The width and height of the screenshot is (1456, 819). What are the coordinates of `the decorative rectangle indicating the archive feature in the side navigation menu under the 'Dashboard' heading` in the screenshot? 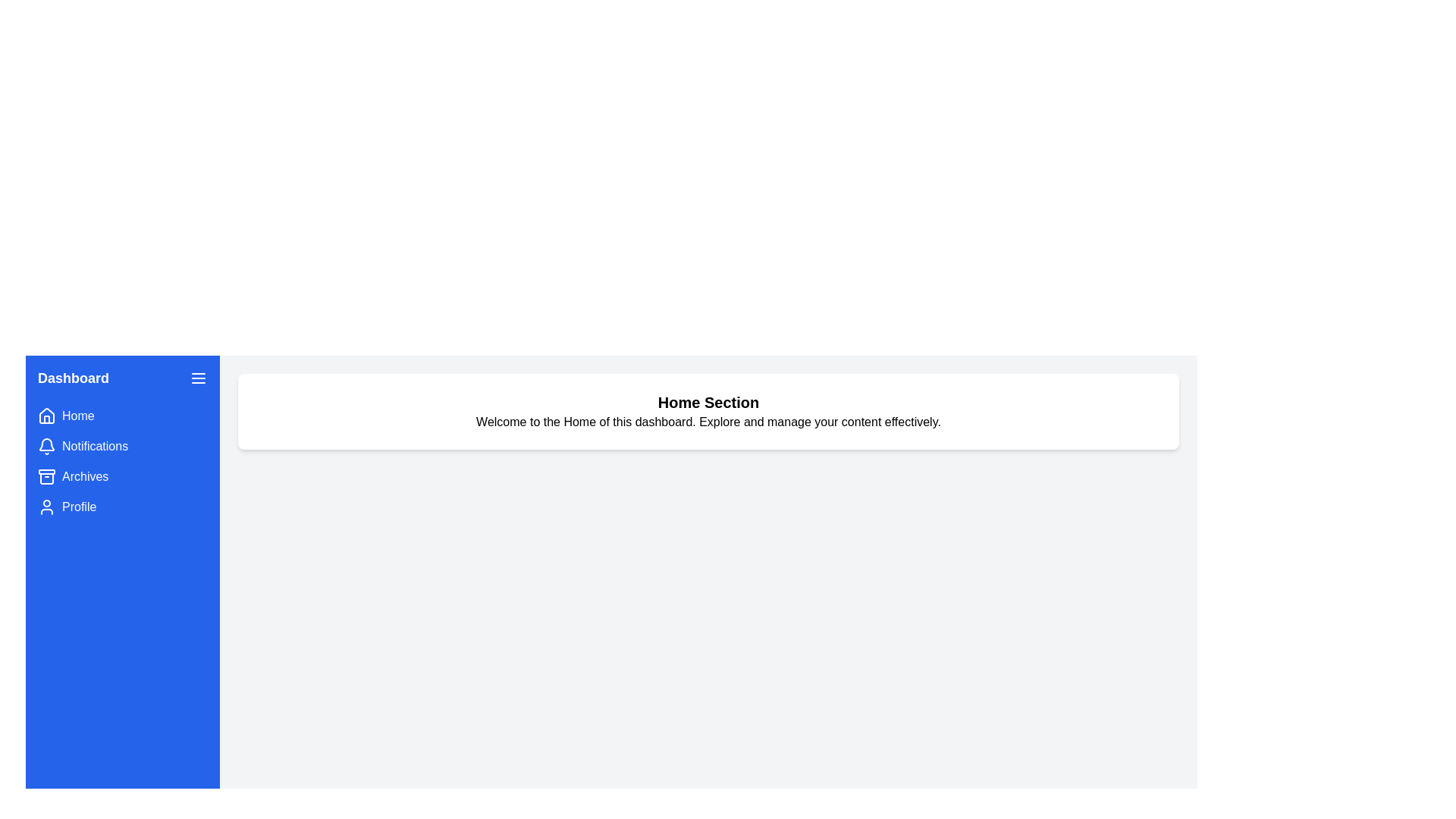 It's located at (47, 471).